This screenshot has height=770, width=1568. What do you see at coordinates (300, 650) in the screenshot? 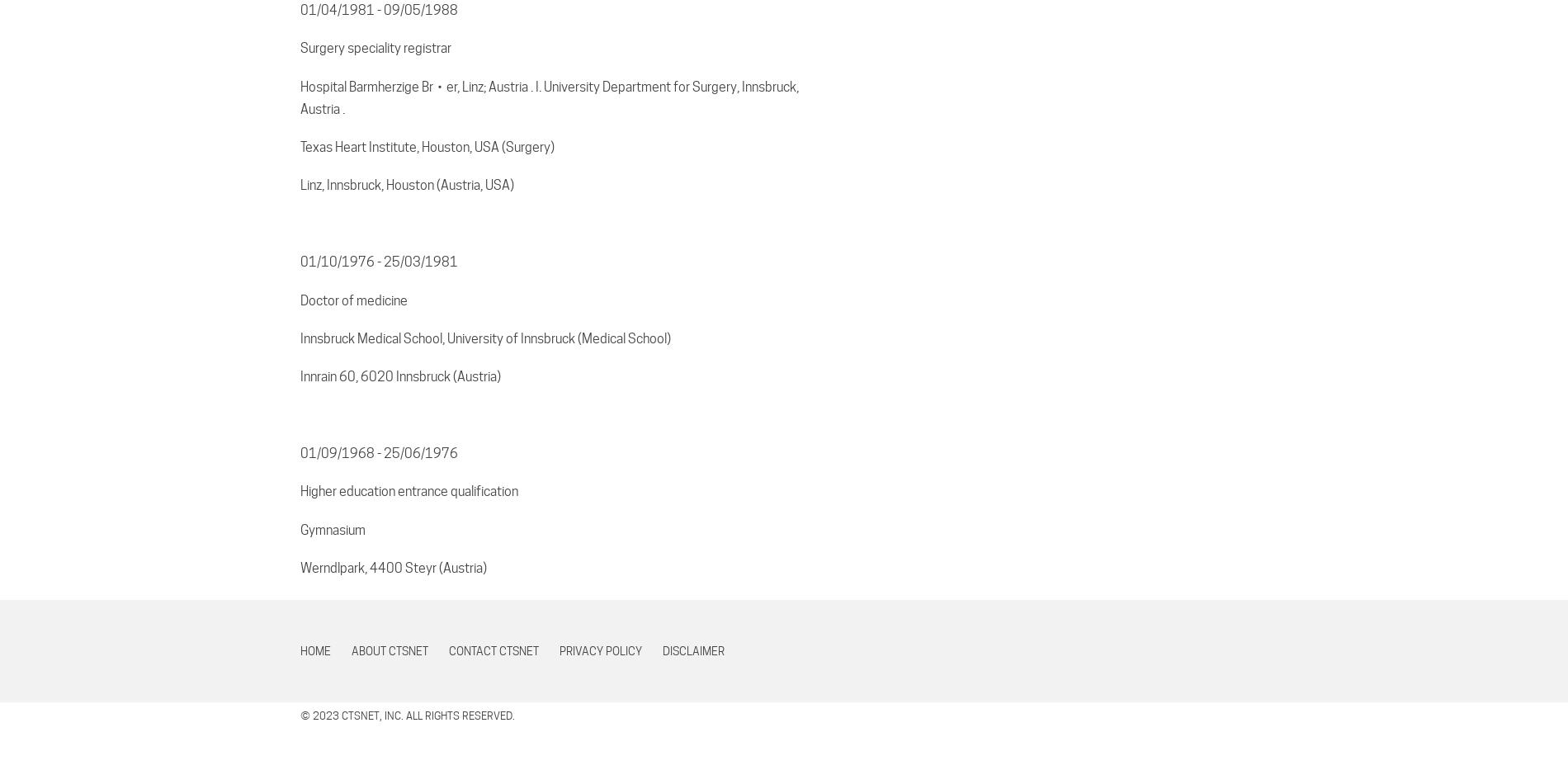
I see `'Home'` at bounding box center [300, 650].